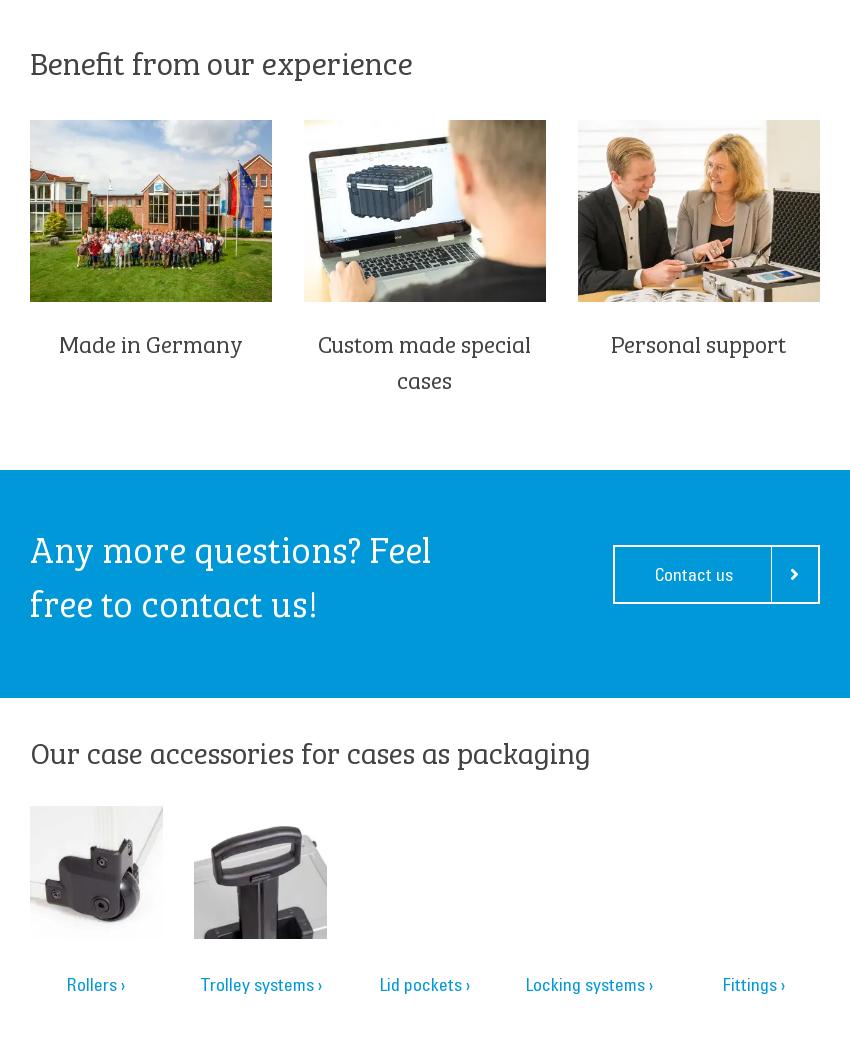 The width and height of the screenshot is (850, 1063). I want to click on 'Custom made special cases', so click(424, 360).